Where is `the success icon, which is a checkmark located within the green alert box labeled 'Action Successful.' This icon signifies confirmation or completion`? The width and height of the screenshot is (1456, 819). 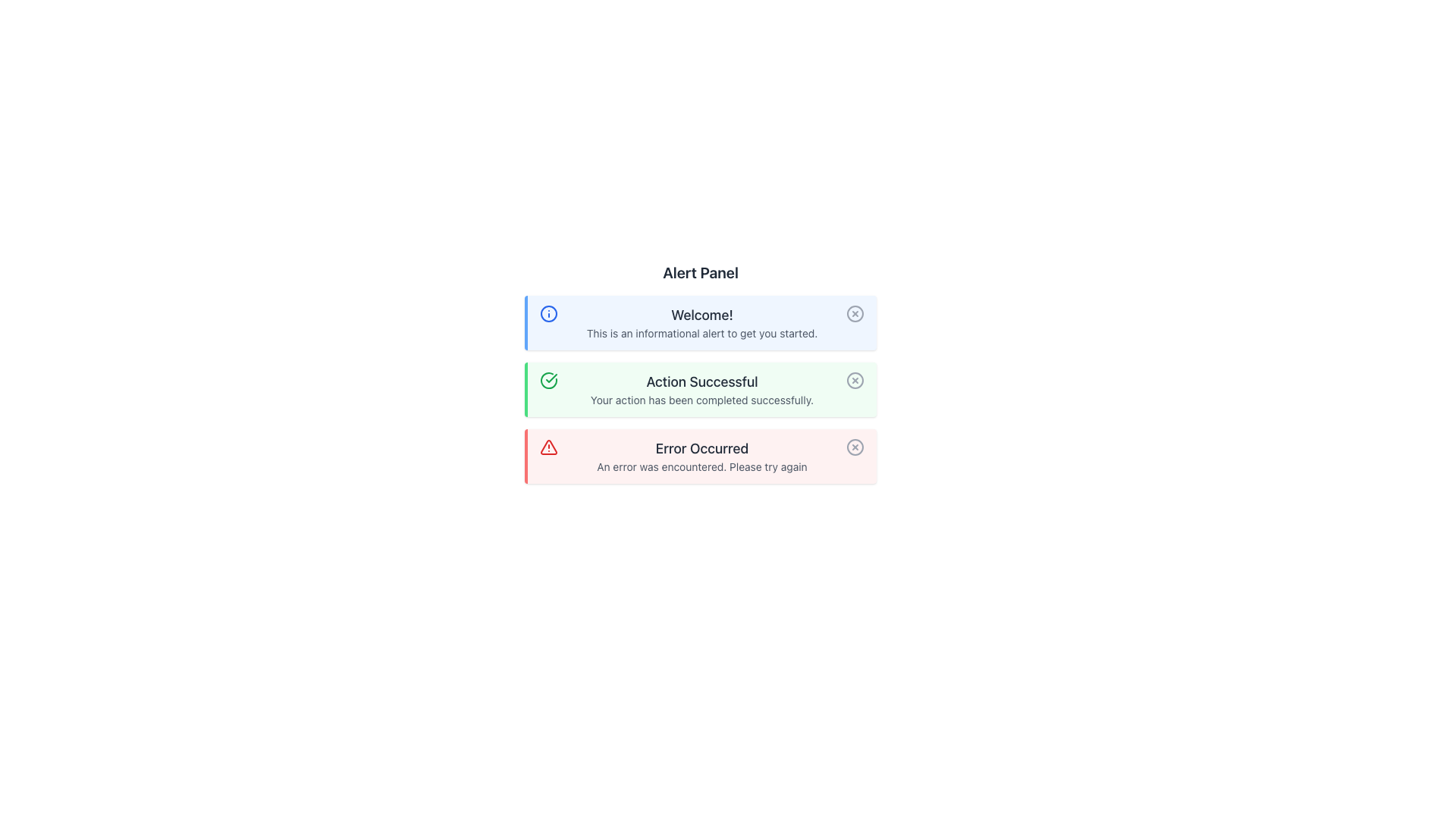 the success icon, which is a checkmark located within the green alert box labeled 'Action Successful.' This icon signifies confirmation or completion is located at coordinates (548, 379).